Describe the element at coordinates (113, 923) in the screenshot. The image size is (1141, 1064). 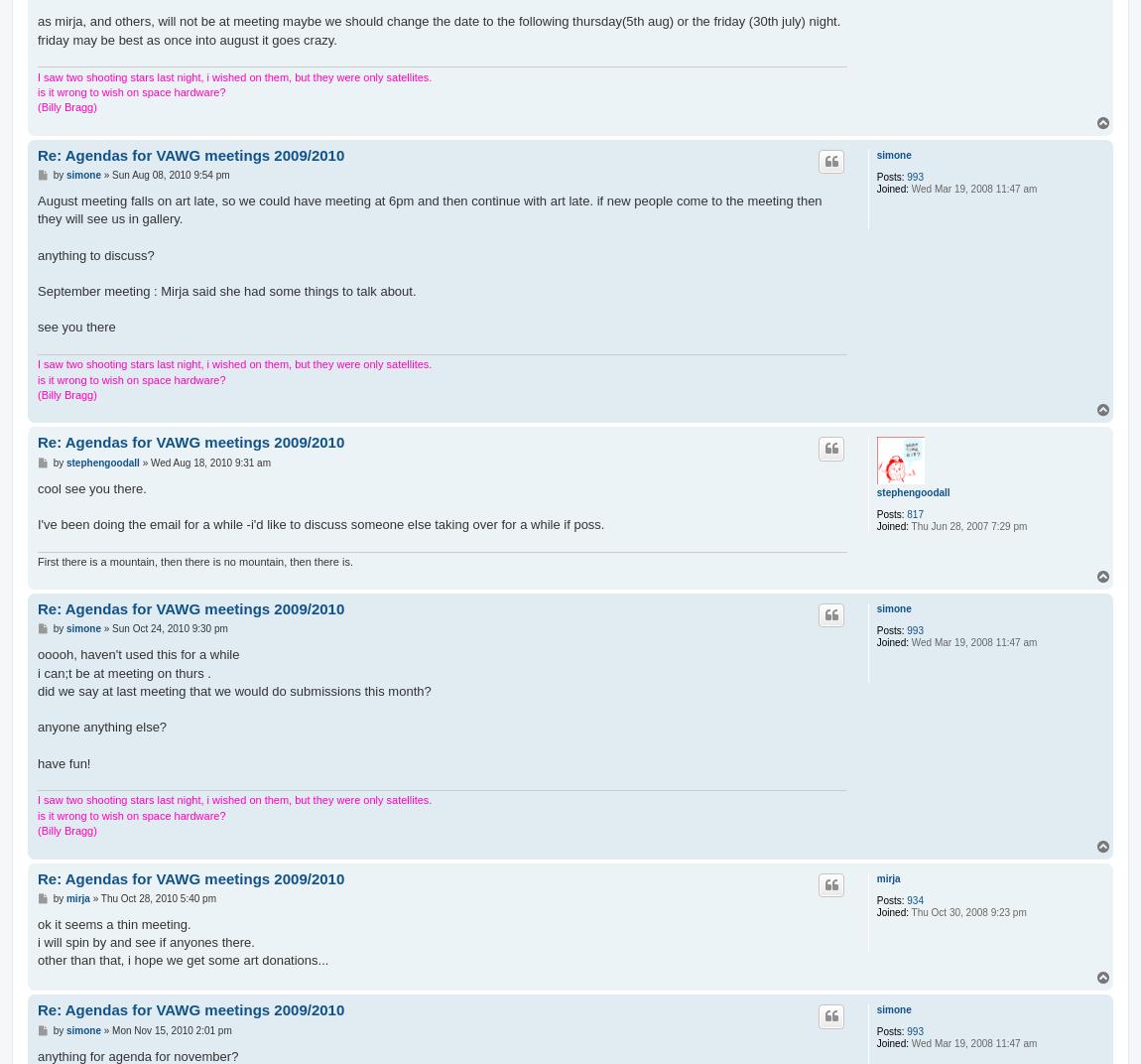
I see `'ok it seems a thin meeting.'` at that location.